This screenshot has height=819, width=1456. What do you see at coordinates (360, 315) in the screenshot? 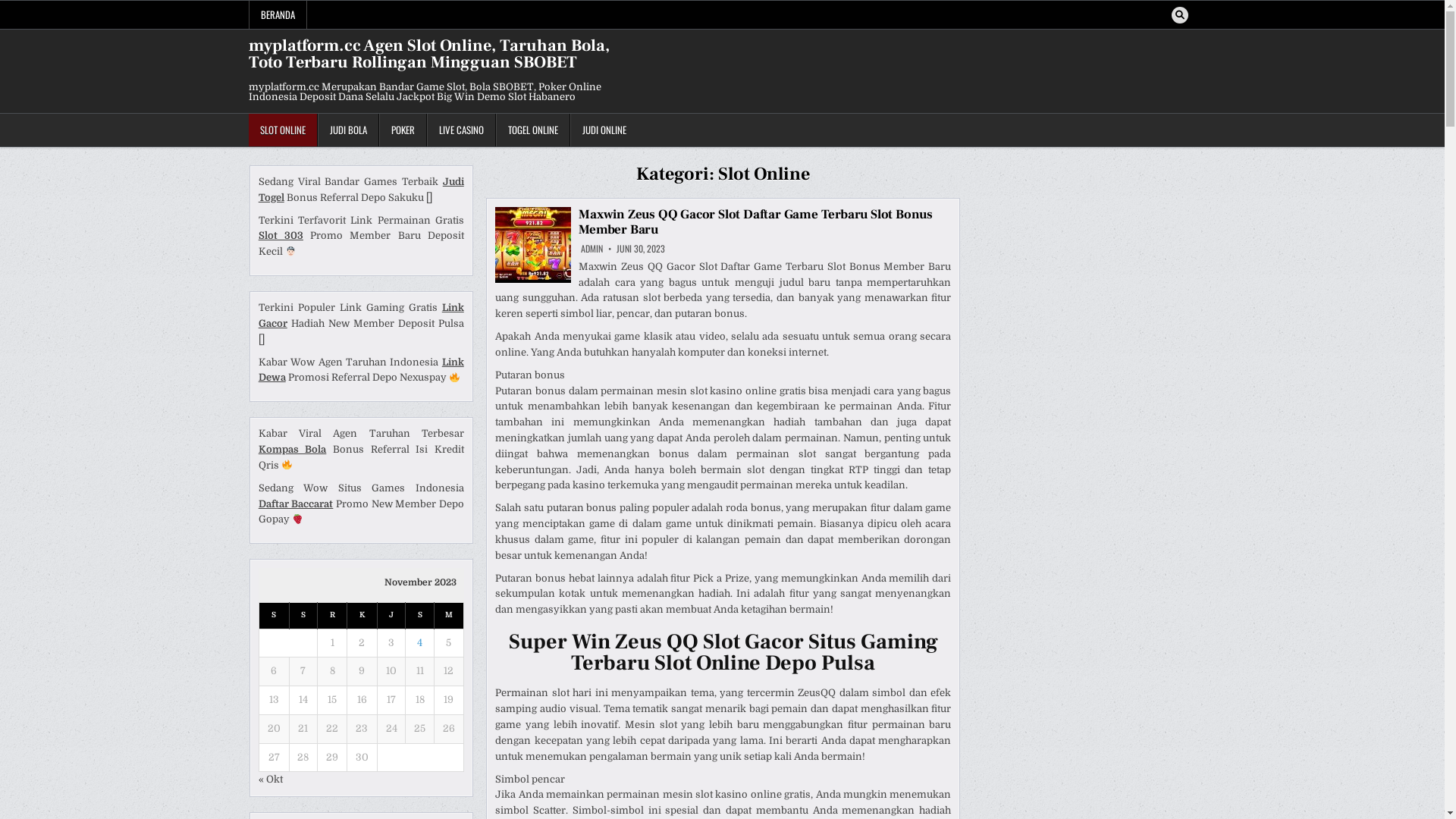
I see `'Link Gacor'` at bounding box center [360, 315].